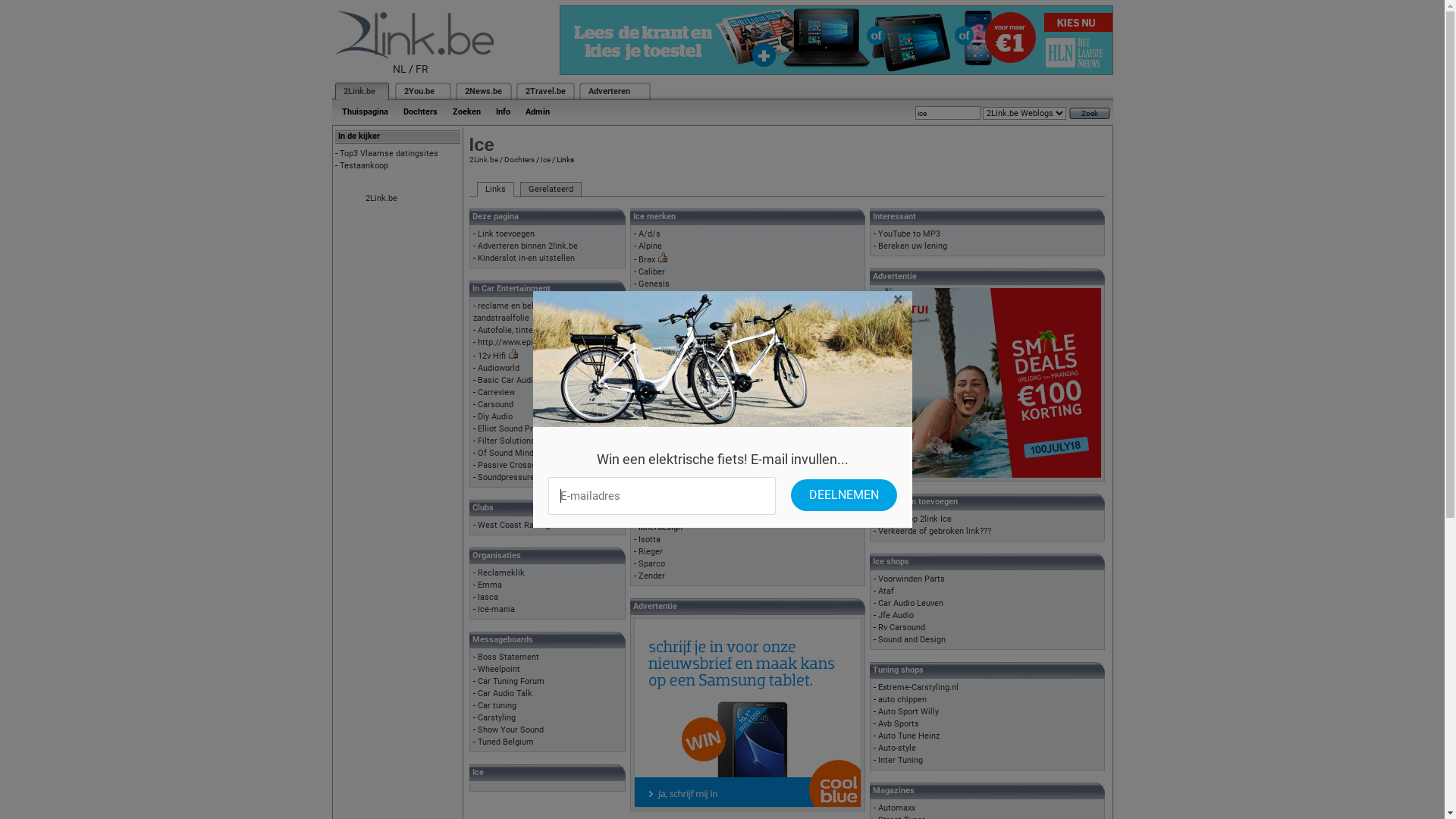 The image size is (1456, 819). Describe the element at coordinates (518, 428) in the screenshot. I see `'Elliot Sound Products'` at that location.